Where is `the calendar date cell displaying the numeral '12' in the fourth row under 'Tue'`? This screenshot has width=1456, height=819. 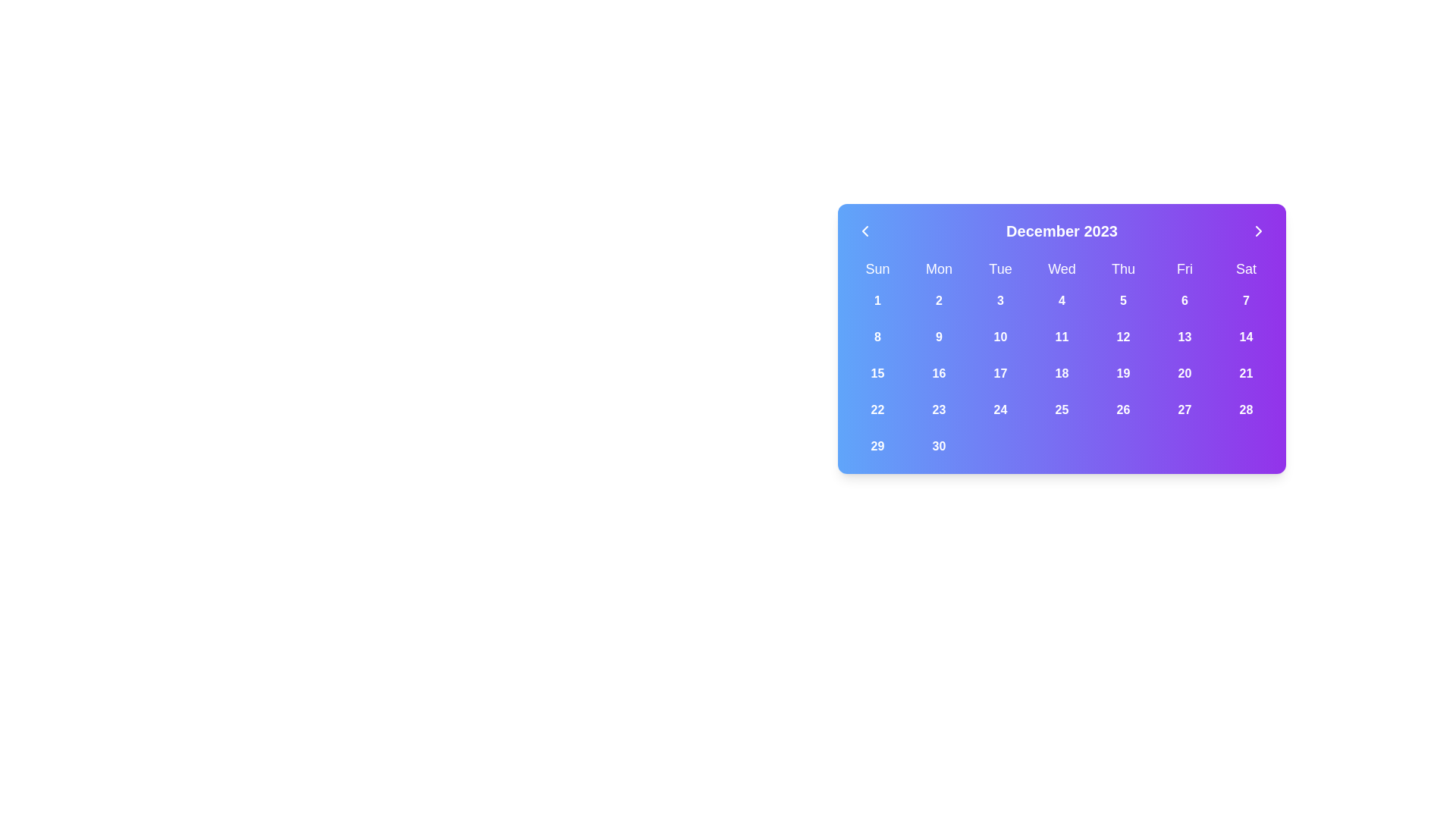
the calendar date cell displaying the numeral '12' in the fourth row under 'Tue' is located at coordinates (1123, 336).